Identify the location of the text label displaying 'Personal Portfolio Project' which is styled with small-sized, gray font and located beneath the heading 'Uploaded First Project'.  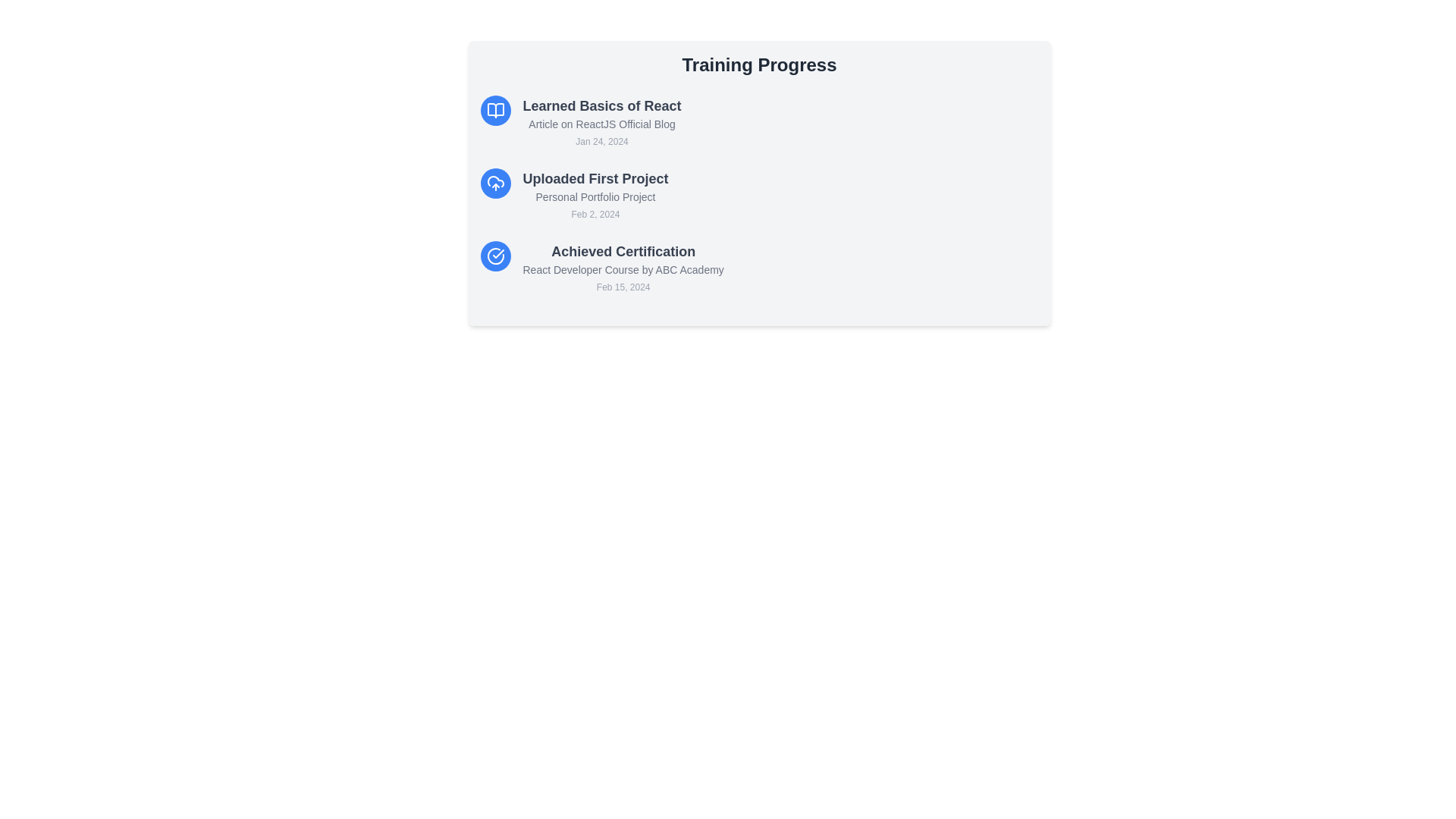
(595, 196).